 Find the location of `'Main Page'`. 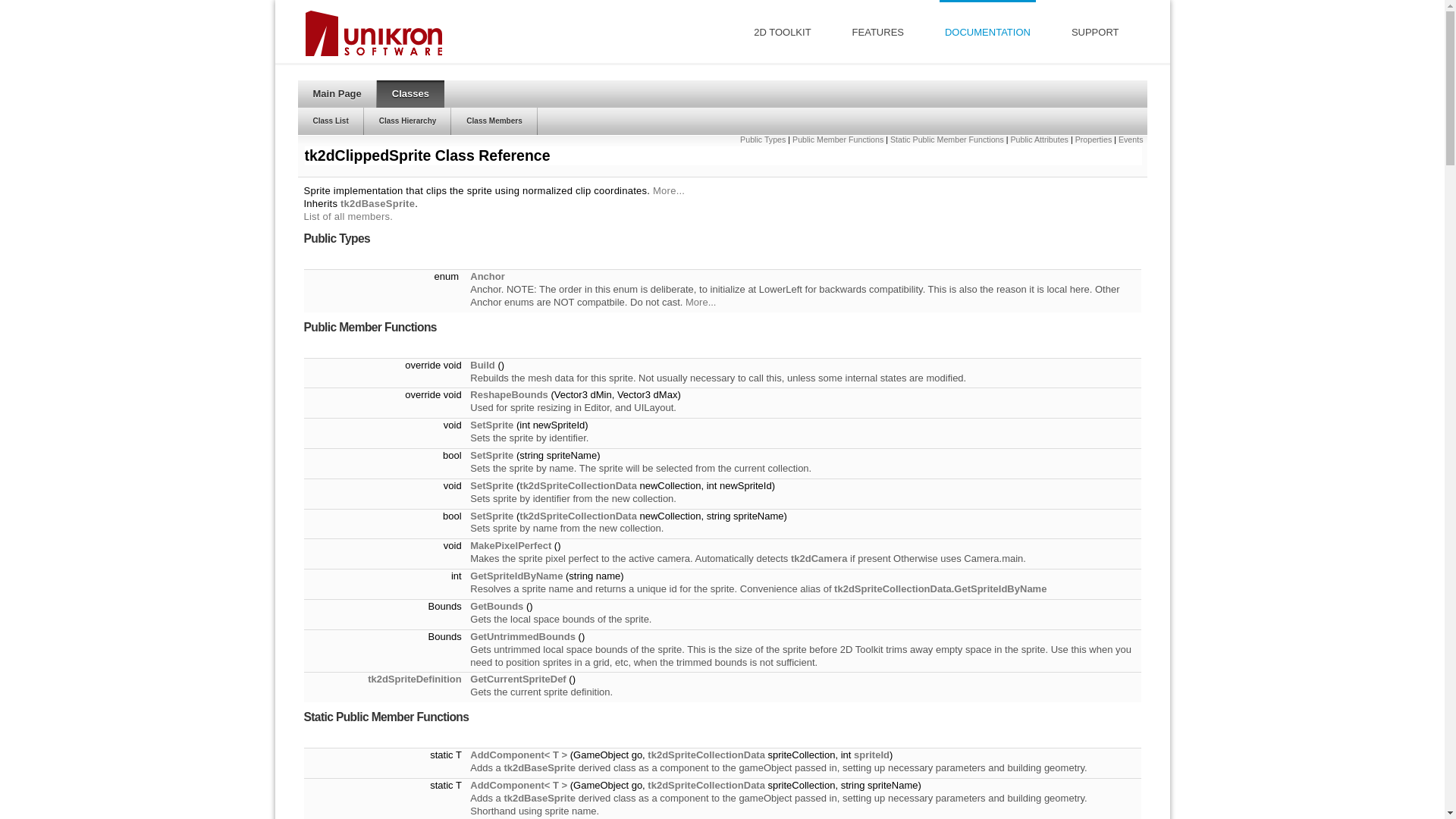

'Main Page' is located at coordinates (336, 93).